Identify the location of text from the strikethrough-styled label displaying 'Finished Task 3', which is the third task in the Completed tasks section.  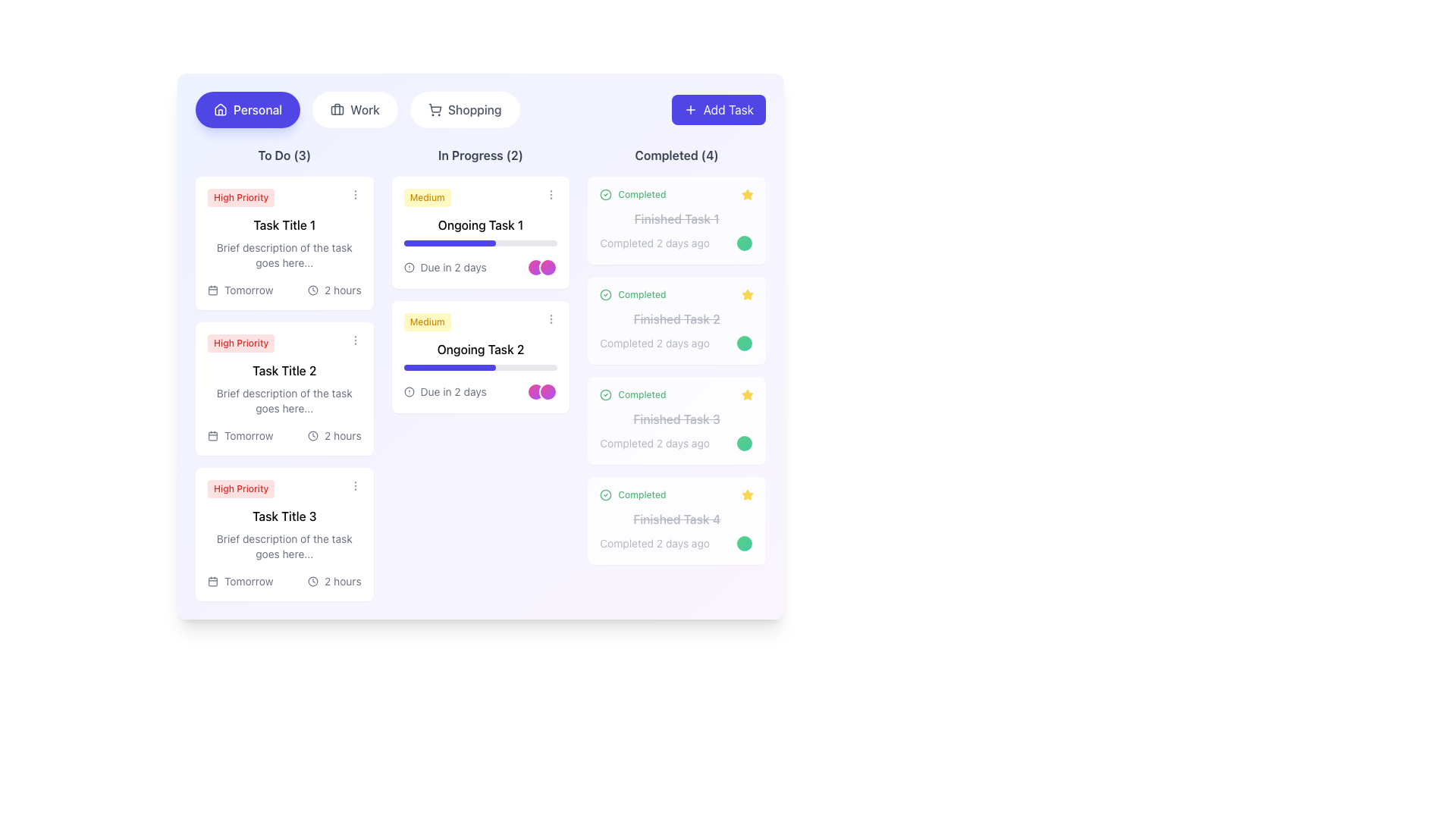
(676, 419).